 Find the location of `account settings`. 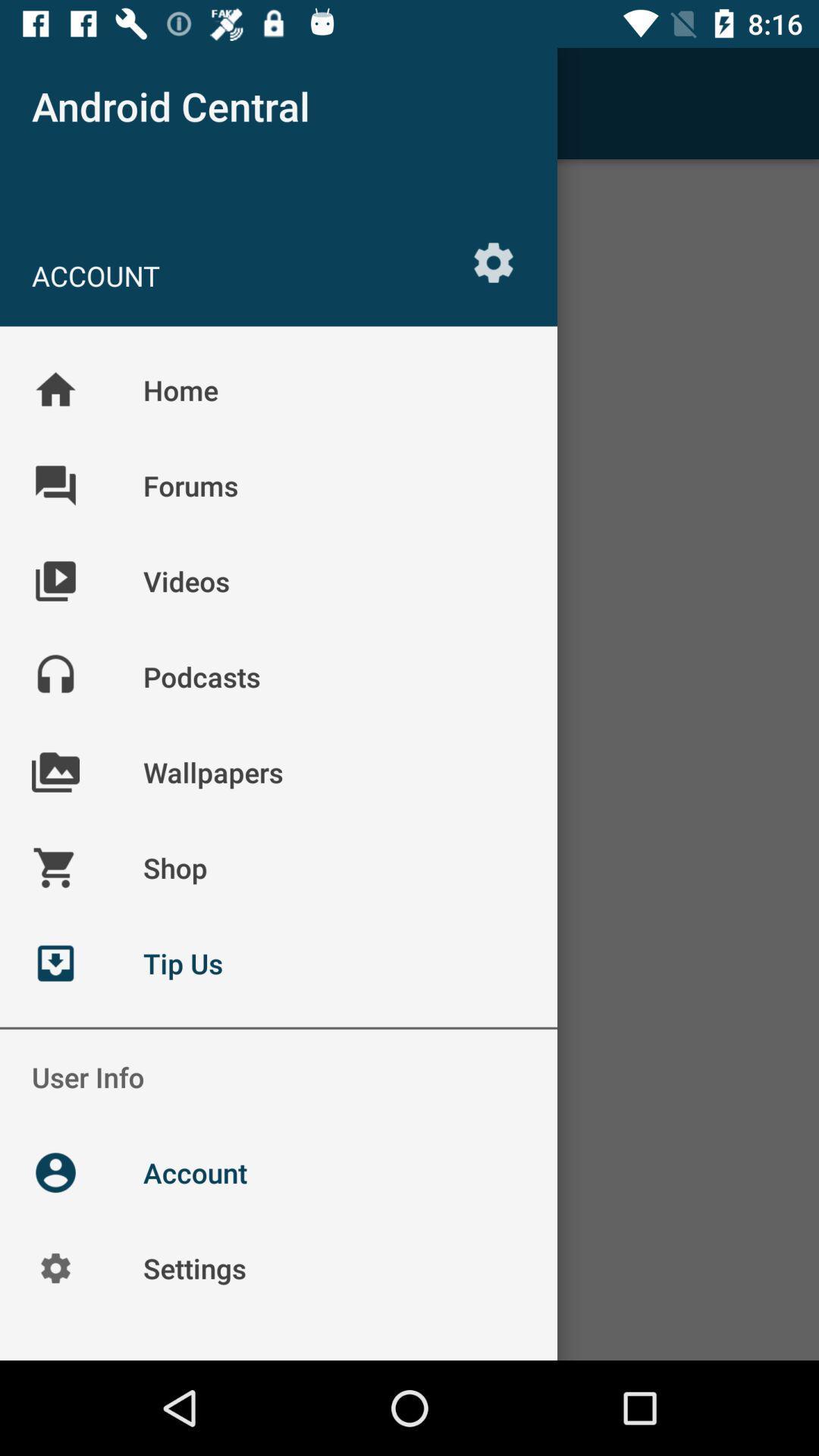

account settings is located at coordinates (494, 262).